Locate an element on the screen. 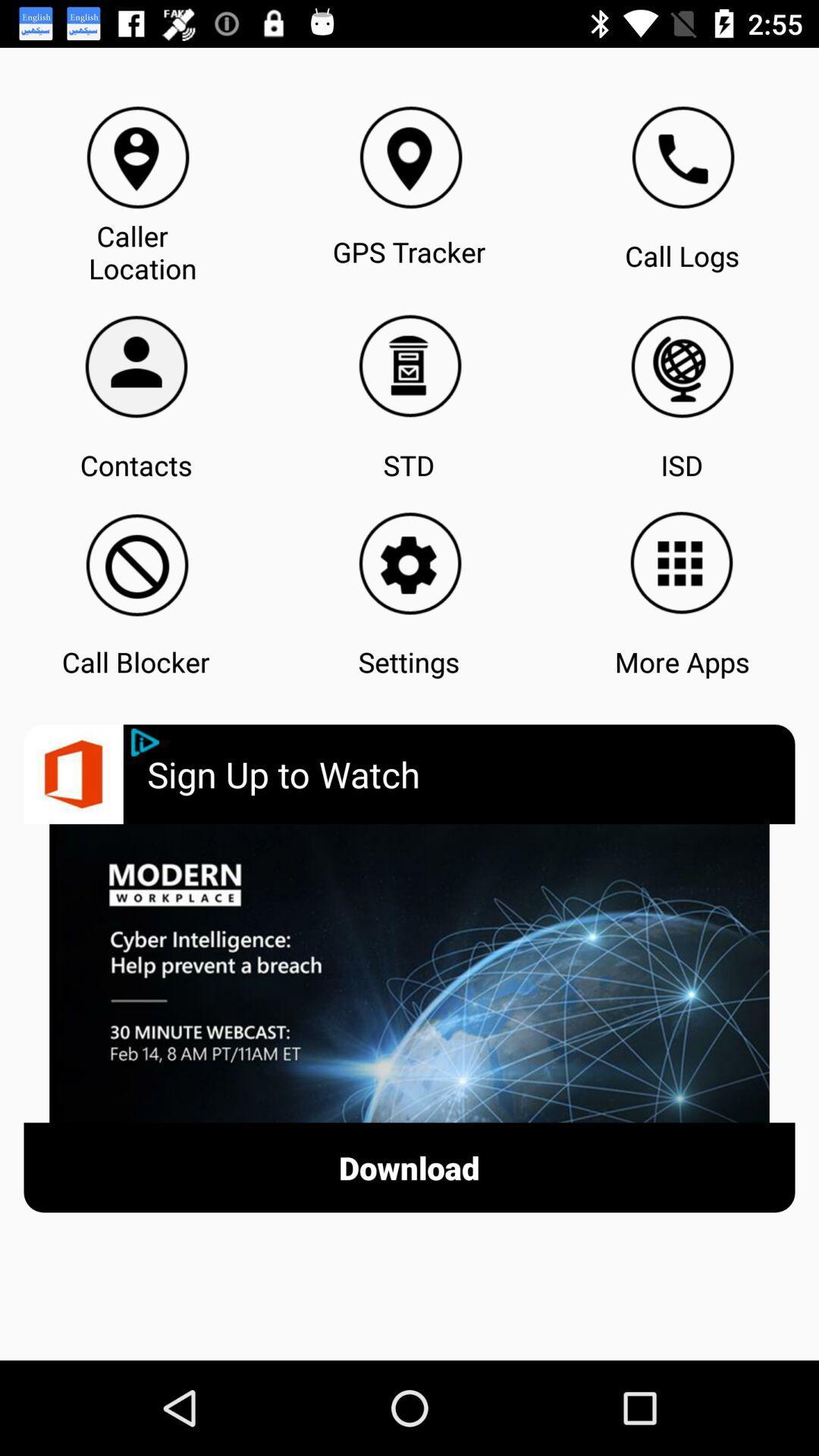  sign up to icon is located at coordinates (470, 774).